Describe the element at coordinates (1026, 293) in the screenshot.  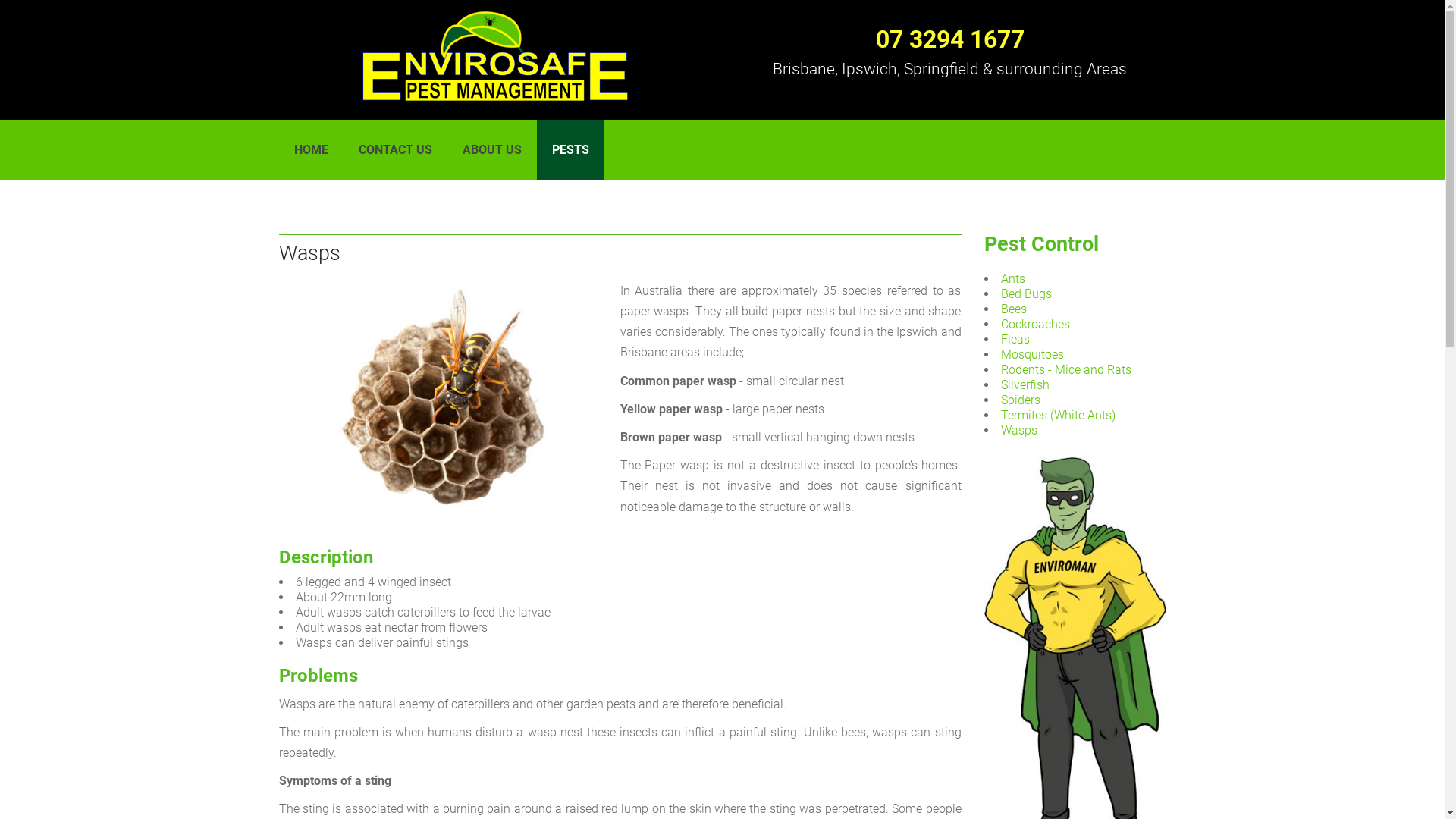
I see `'Bed Bugs'` at that location.